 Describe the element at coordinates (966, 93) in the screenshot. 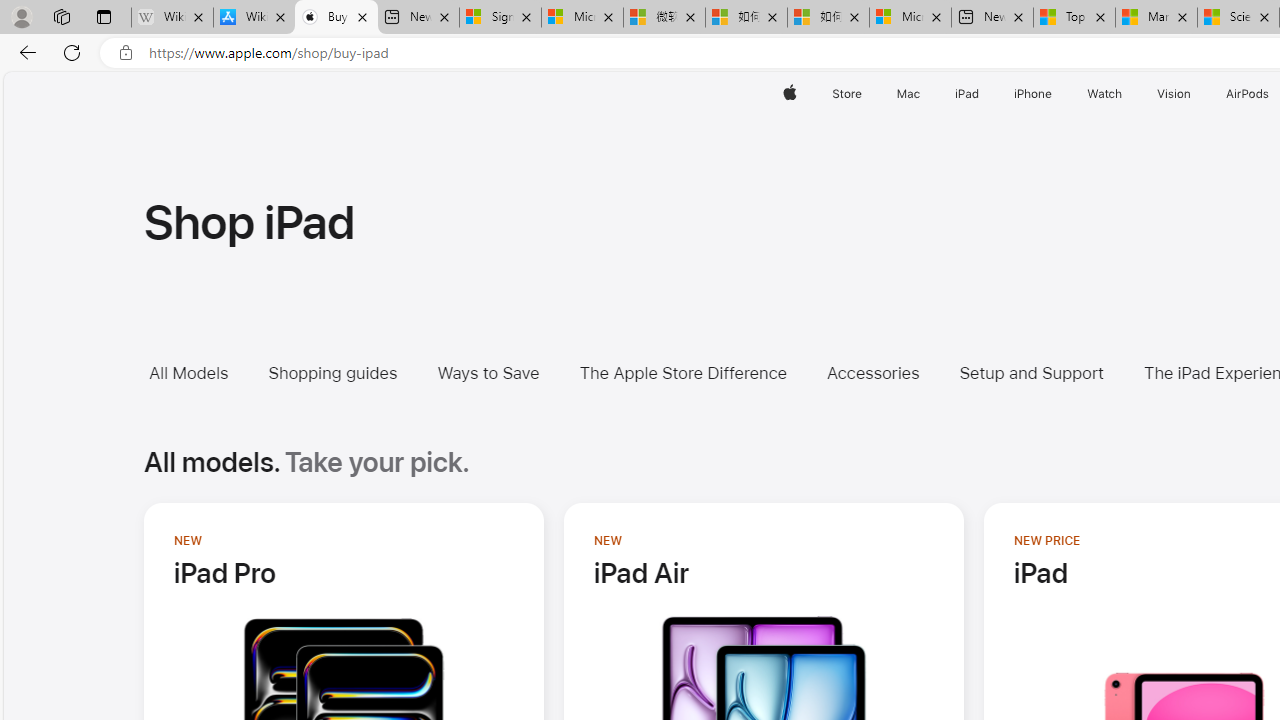

I see `'iPad'` at that location.